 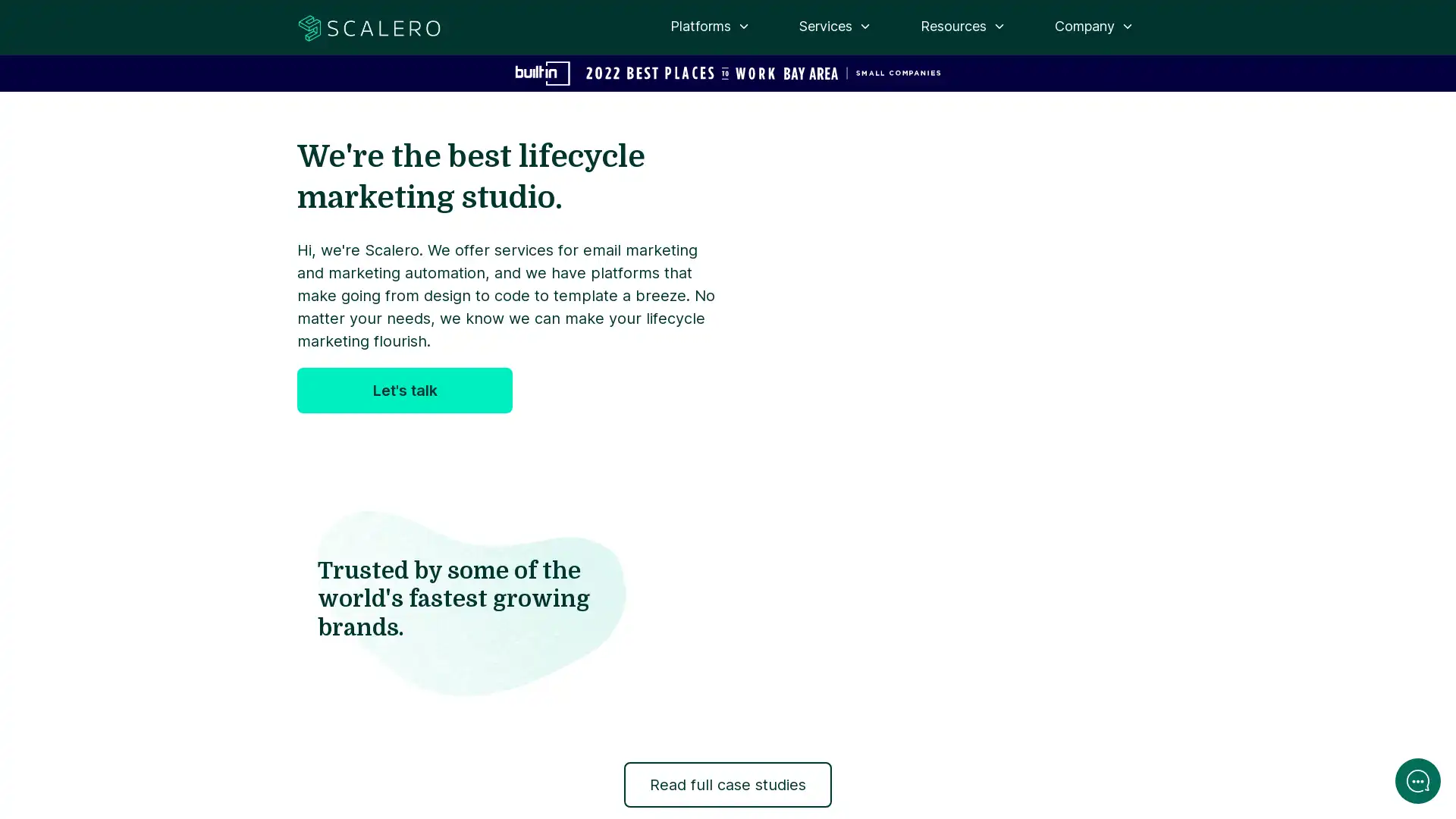 What do you see at coordinates (404, 388) in the screenshot?
I see `Let's talk` at bounding box center [404, 388].